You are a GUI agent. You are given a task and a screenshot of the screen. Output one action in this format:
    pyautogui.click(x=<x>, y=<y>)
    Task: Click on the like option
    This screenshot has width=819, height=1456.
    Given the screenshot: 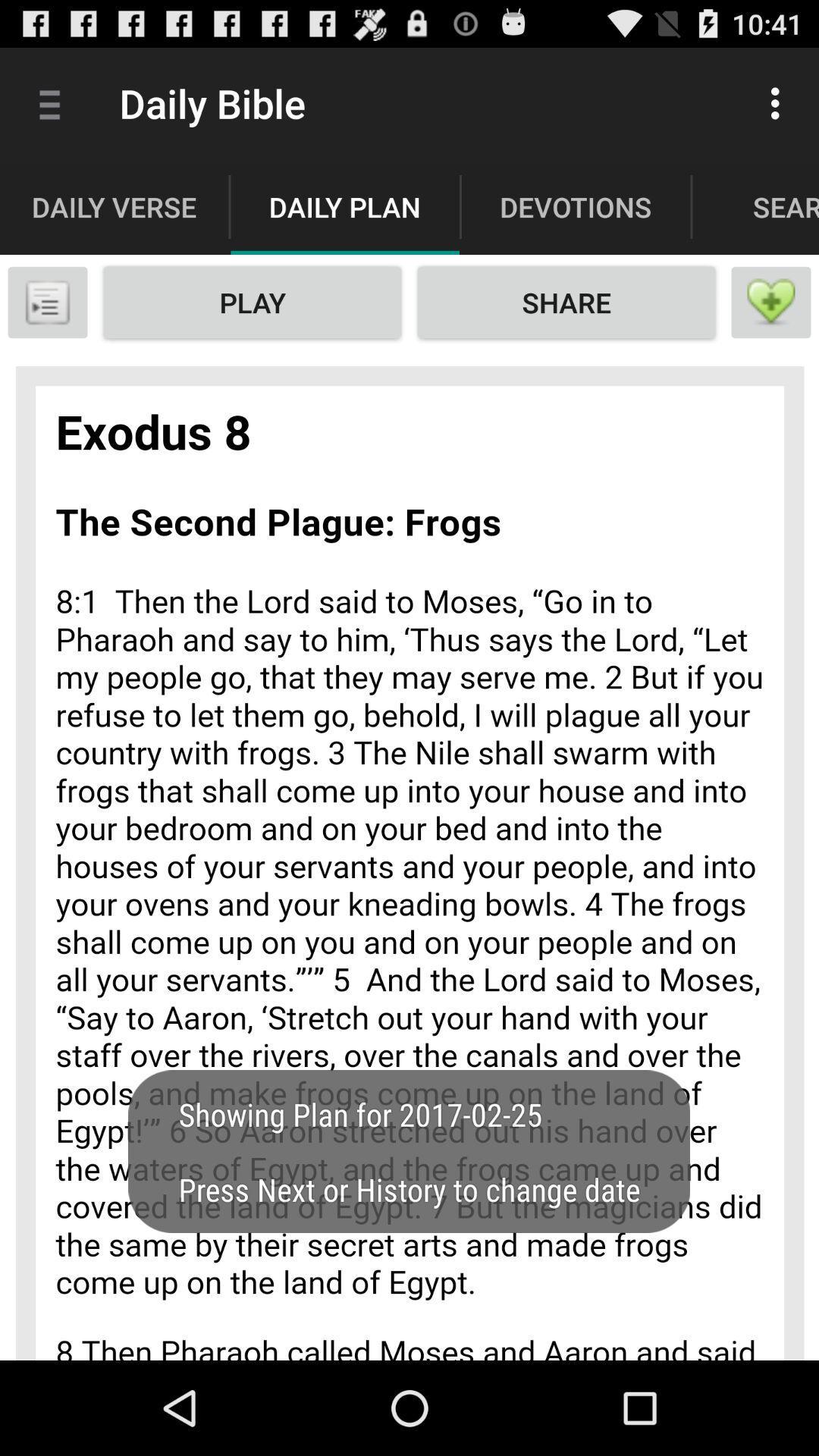 What is the action you would take?
    pyautogui.click(x=771, y=302)
    